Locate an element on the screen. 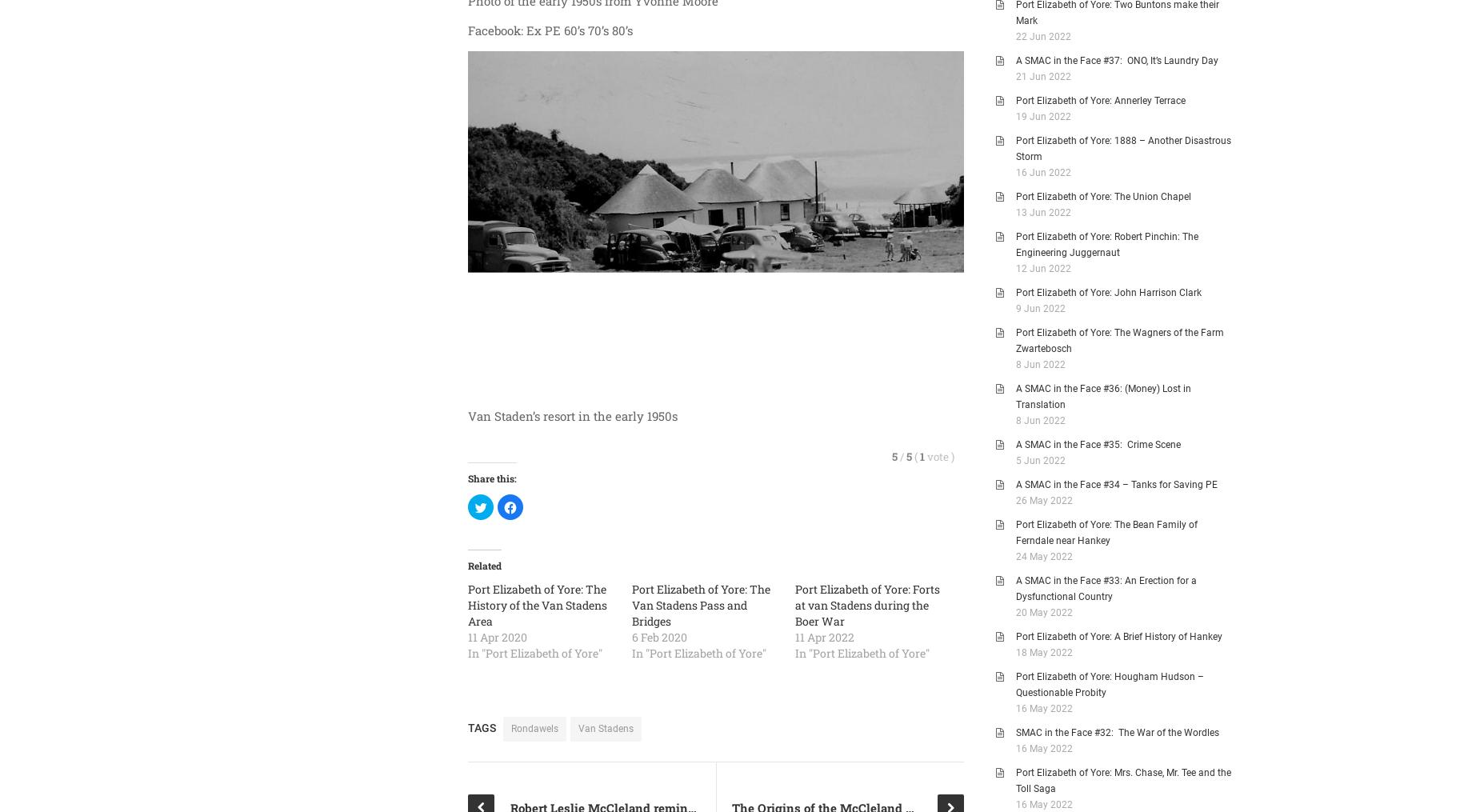 This screenshot has height=812, width=1480. '19 Jun 2022' is located at coordinates (1042, 116).